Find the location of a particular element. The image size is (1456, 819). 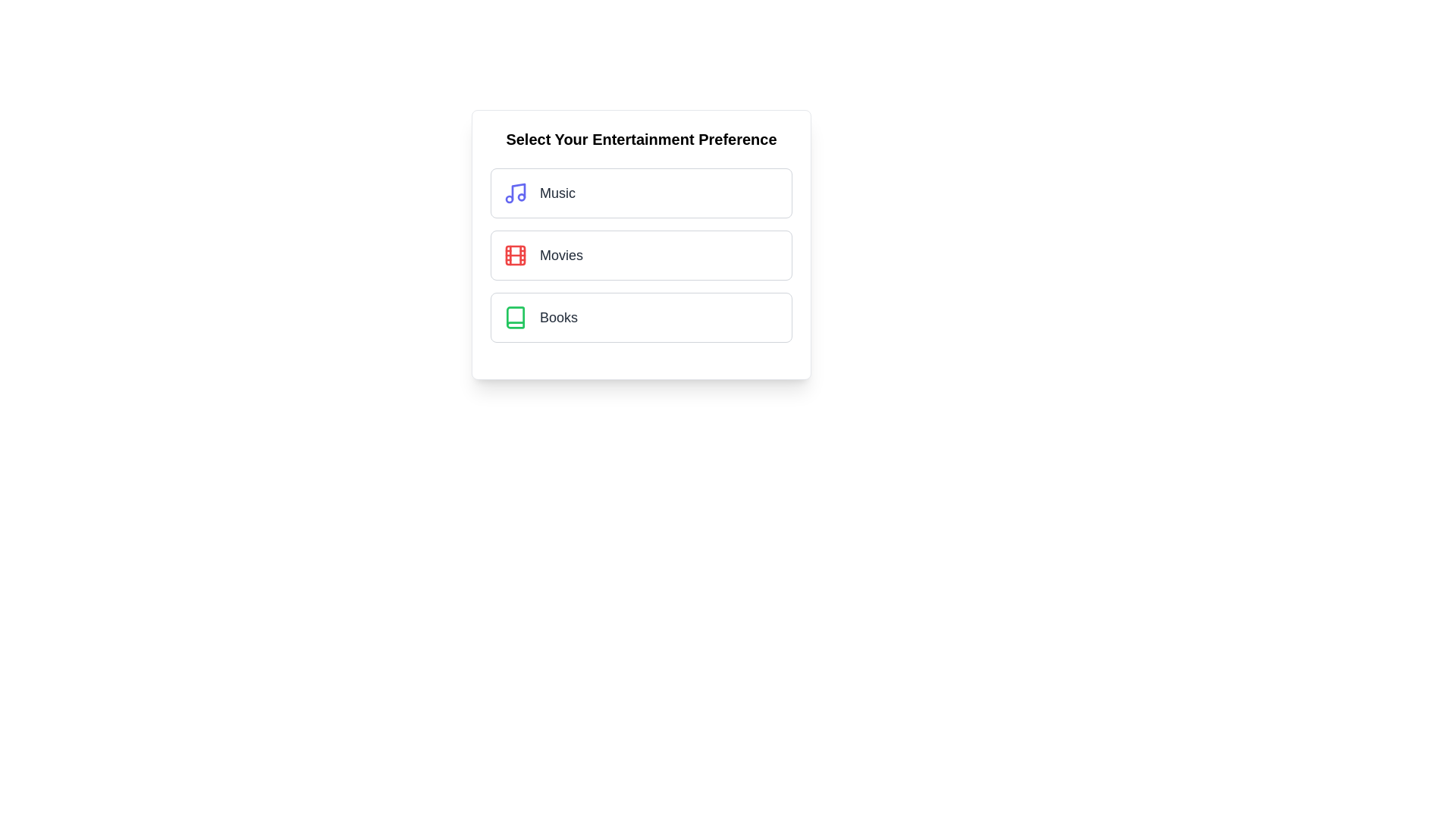

the red outlined film reel icon that is the second item in the 'Select Your Entertainment Preference' list, located to the left of the 'Movies' text is located at coordinates (516, 254).